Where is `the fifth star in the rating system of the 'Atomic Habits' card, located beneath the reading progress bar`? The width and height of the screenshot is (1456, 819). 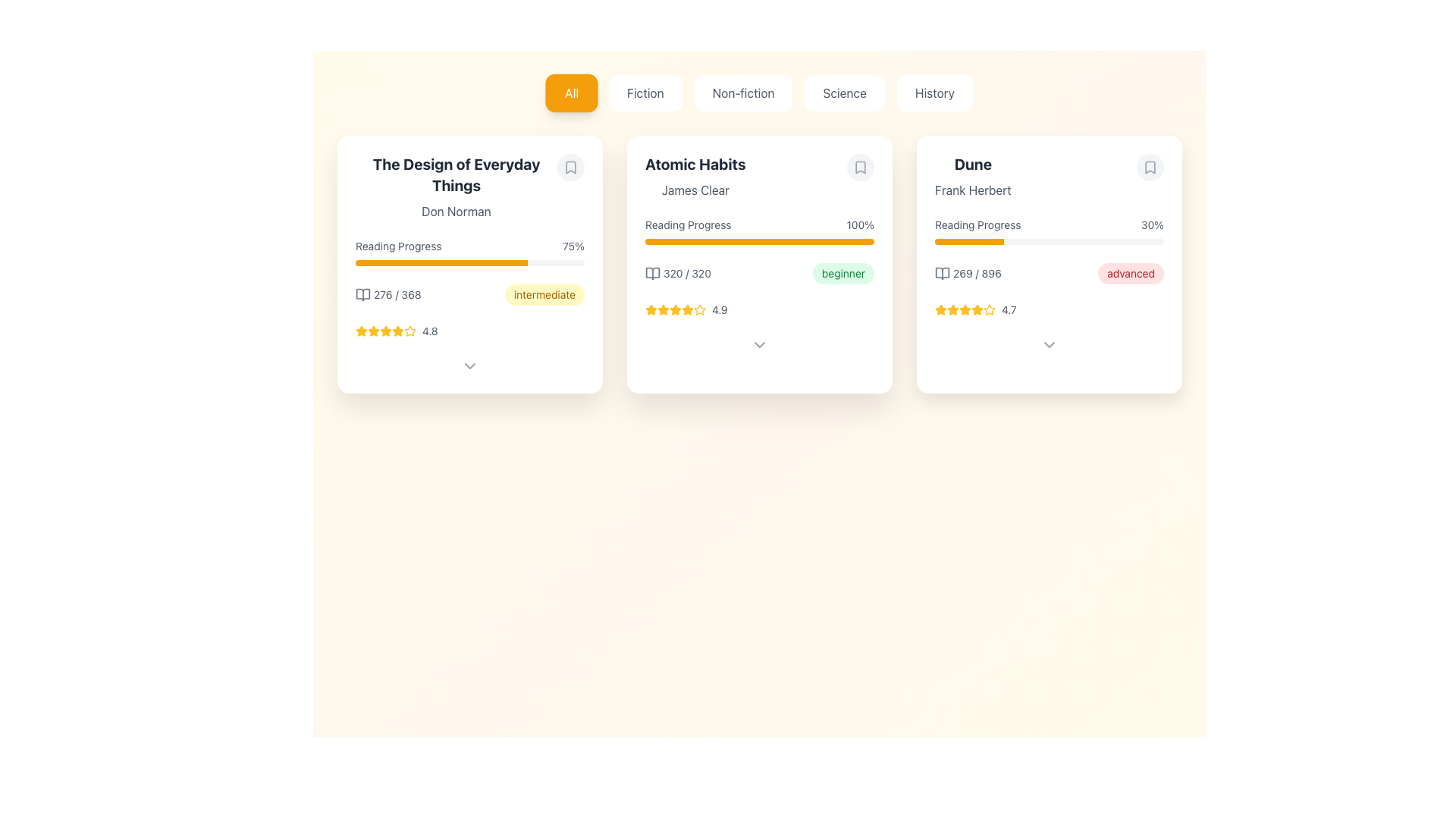
the fifth star in the rating system of the 'Atomic Habits' card, located beneath the reading progress bar is located at coordinates (675, 309).